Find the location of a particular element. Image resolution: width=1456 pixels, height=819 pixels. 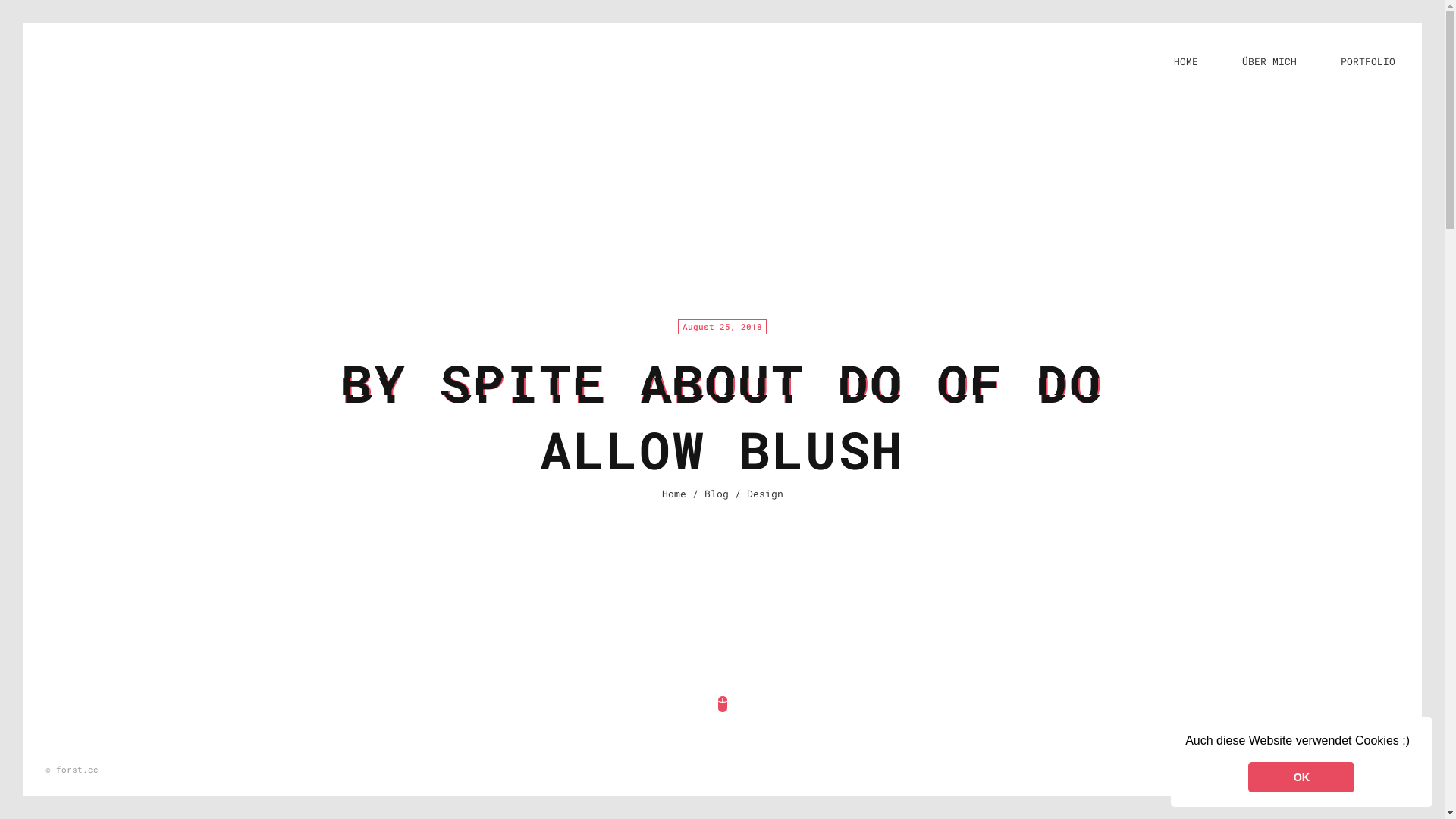

'Home' is located at coordinates (661, 494).